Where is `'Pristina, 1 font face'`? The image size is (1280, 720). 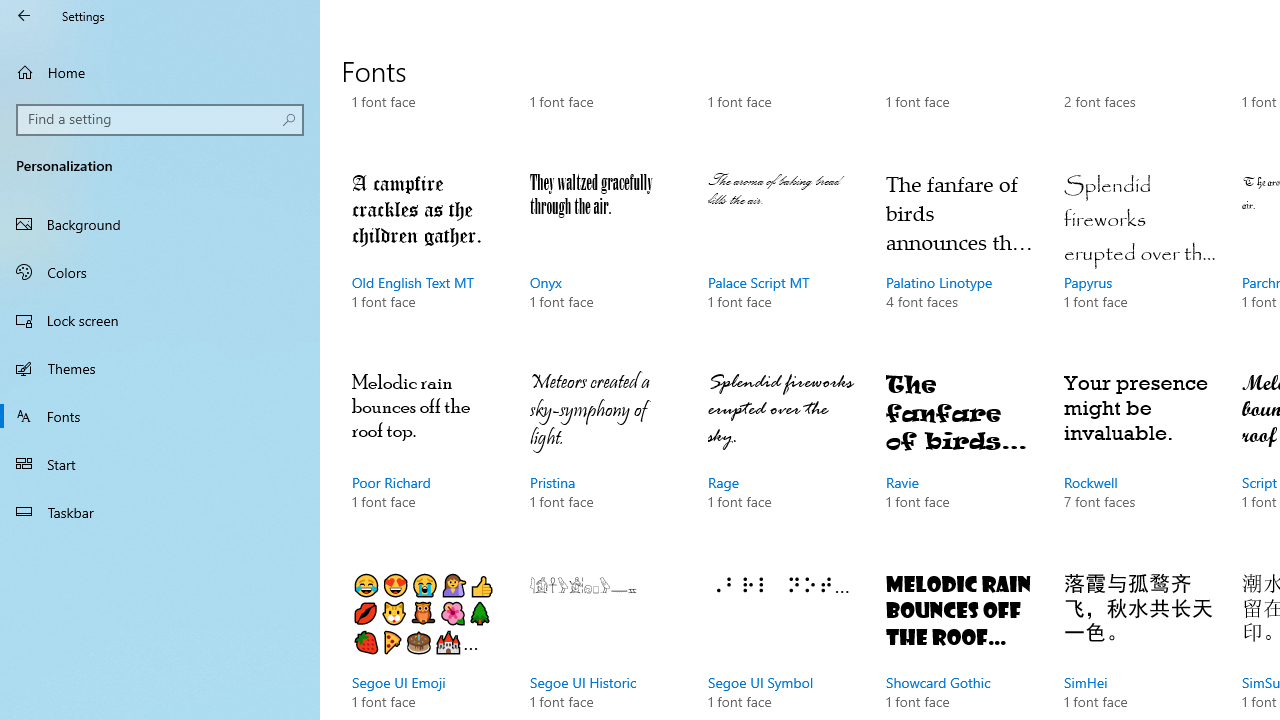 'Pristina, 1 font face' is located at coordinates (603, 460).